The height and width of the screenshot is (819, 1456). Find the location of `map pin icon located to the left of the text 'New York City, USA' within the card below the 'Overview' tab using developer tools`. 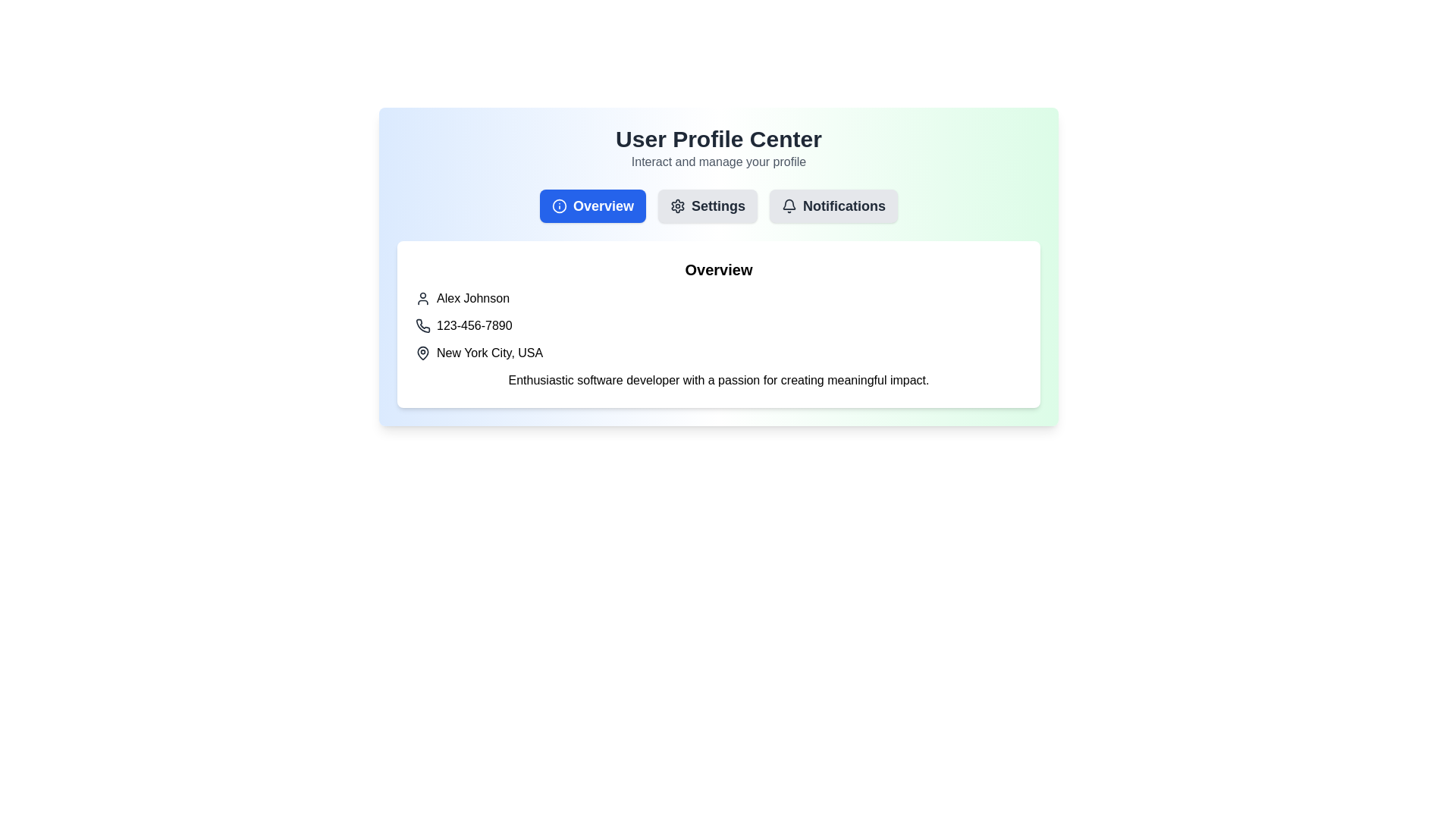

map pin icon located to the left of the text 'New York City, USA' within the card below the 'Overview' tab using developer tools is located at coordinates (422, 353).